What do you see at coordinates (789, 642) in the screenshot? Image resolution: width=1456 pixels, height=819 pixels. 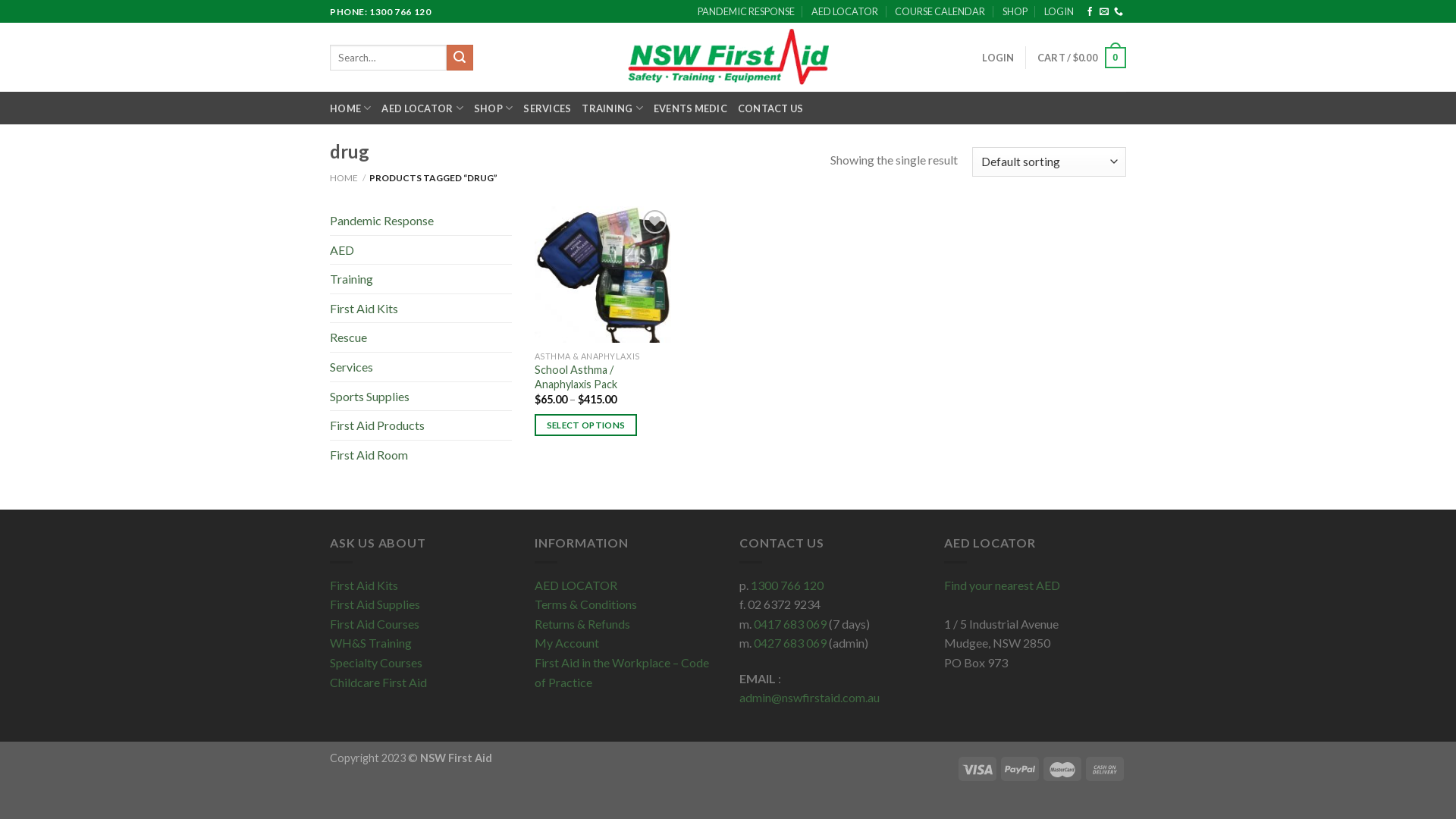 I see `'0427 683 069'` at bounding box center [789, 642].